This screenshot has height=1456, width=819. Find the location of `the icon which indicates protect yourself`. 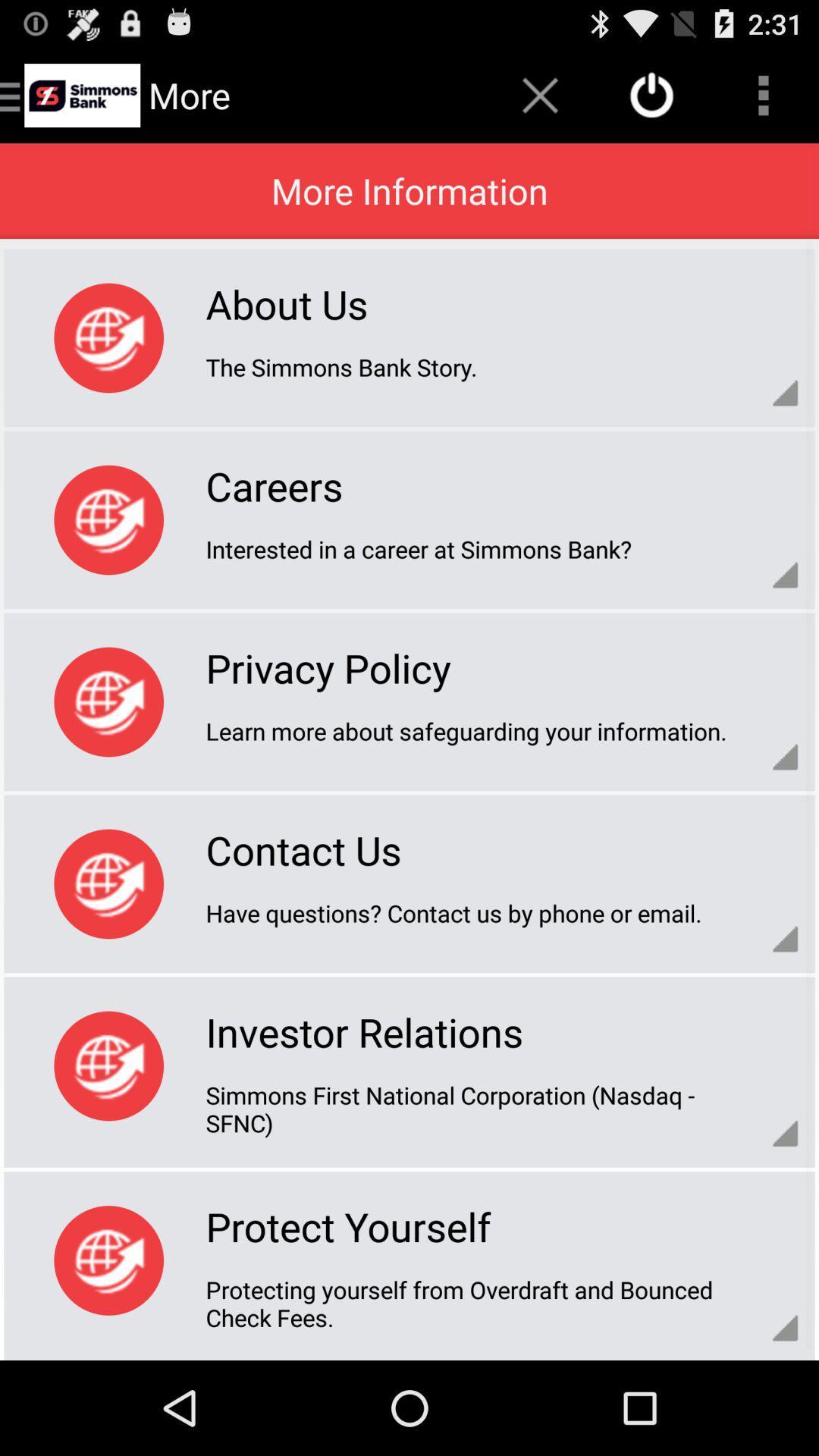

the icon which indicates protect yourself is located at coordinates (108, 1260).